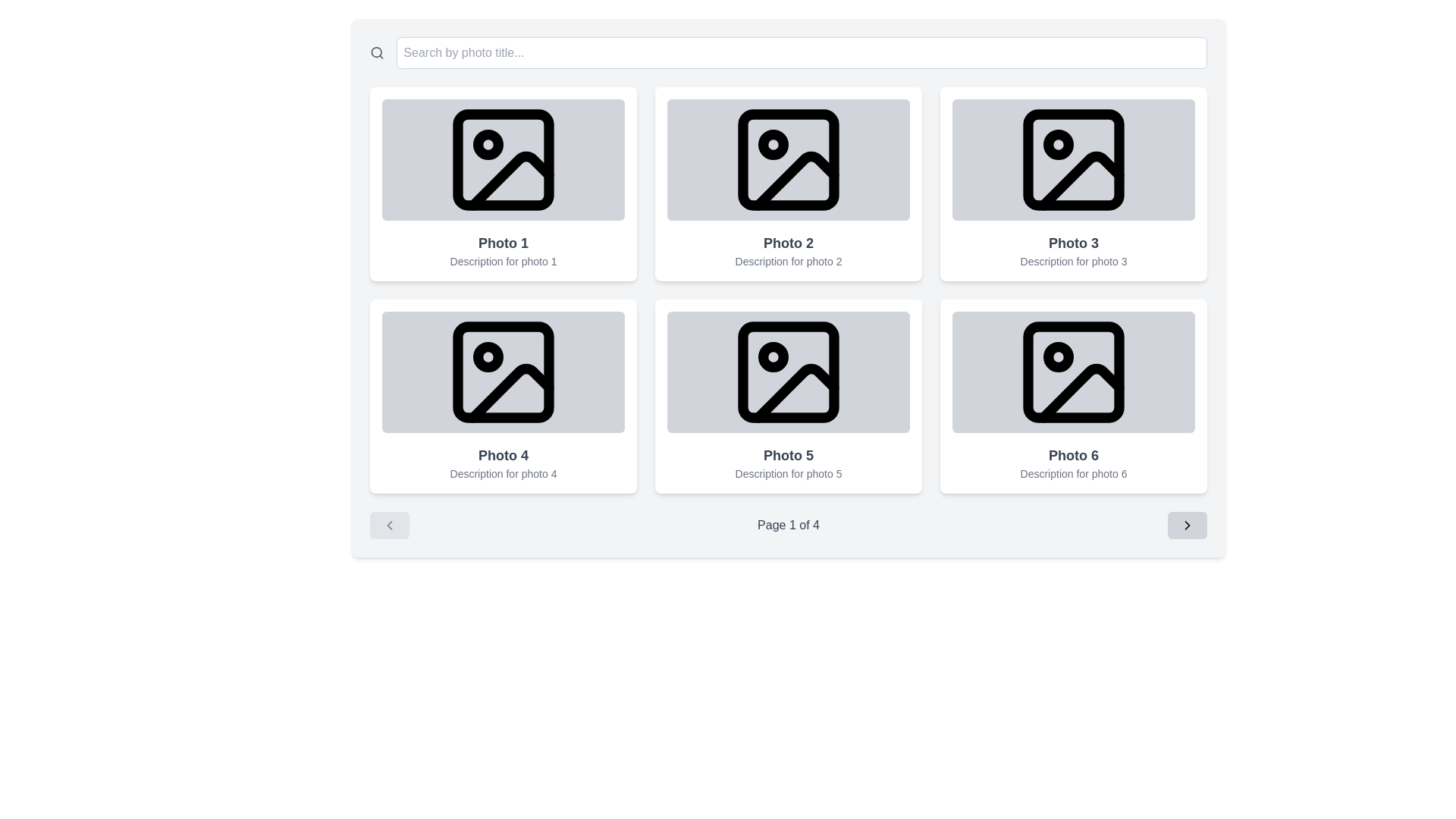  What do you see at coordinates (789, 160) in the screenshot?
I see `the image placeholder icon, which is an illustration of a picture frame with a gray background, located above the text 'Photo 2' and 'Description for photo 2'` at bounding box center [789, 160].